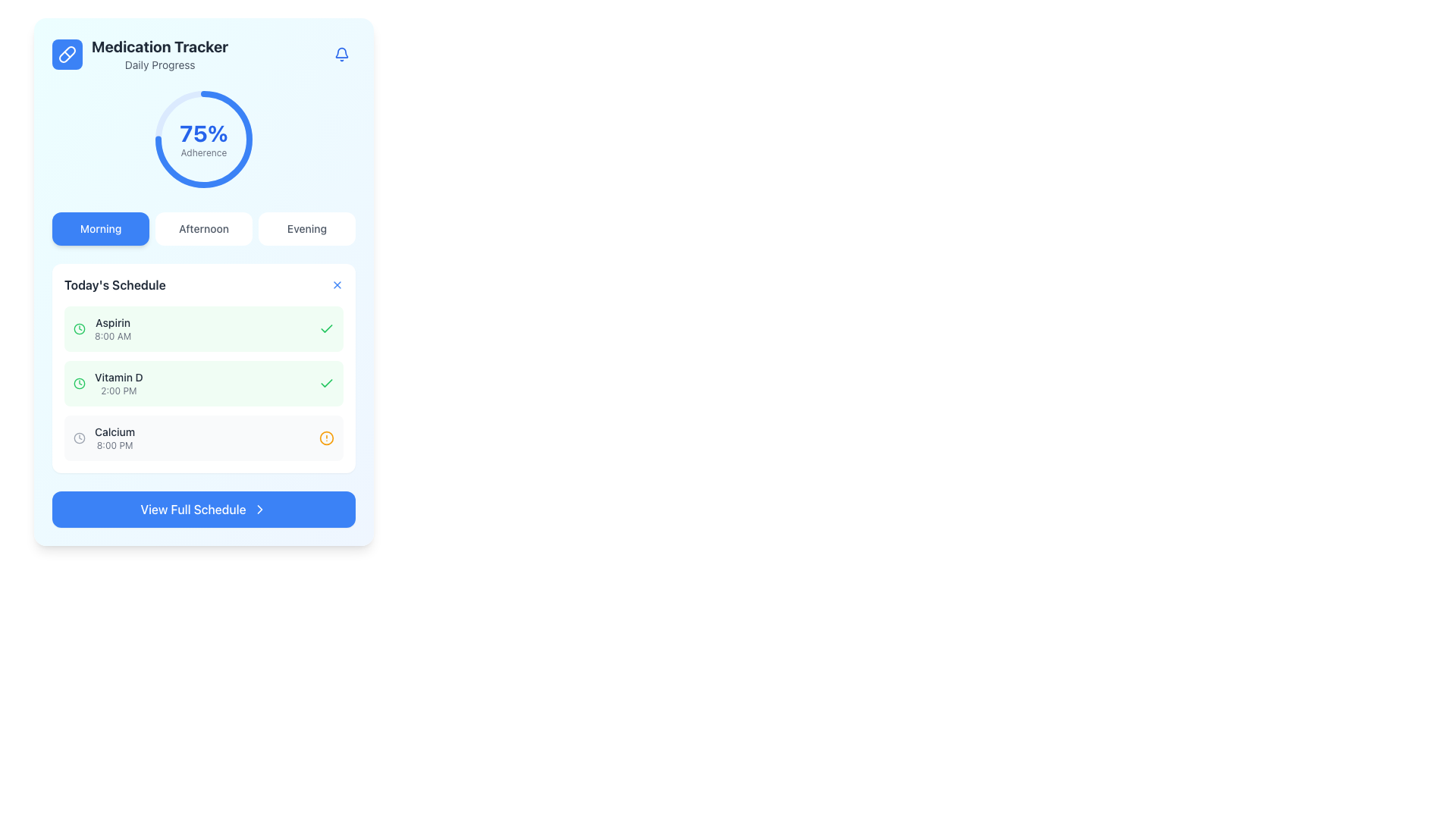  What do you see at coordinates (202, 152) in the screenshot?
I see `the Text label that indicates the adherence percentage below the '75%' value in the Medication Tracker card` at bounding box center [202, 152].